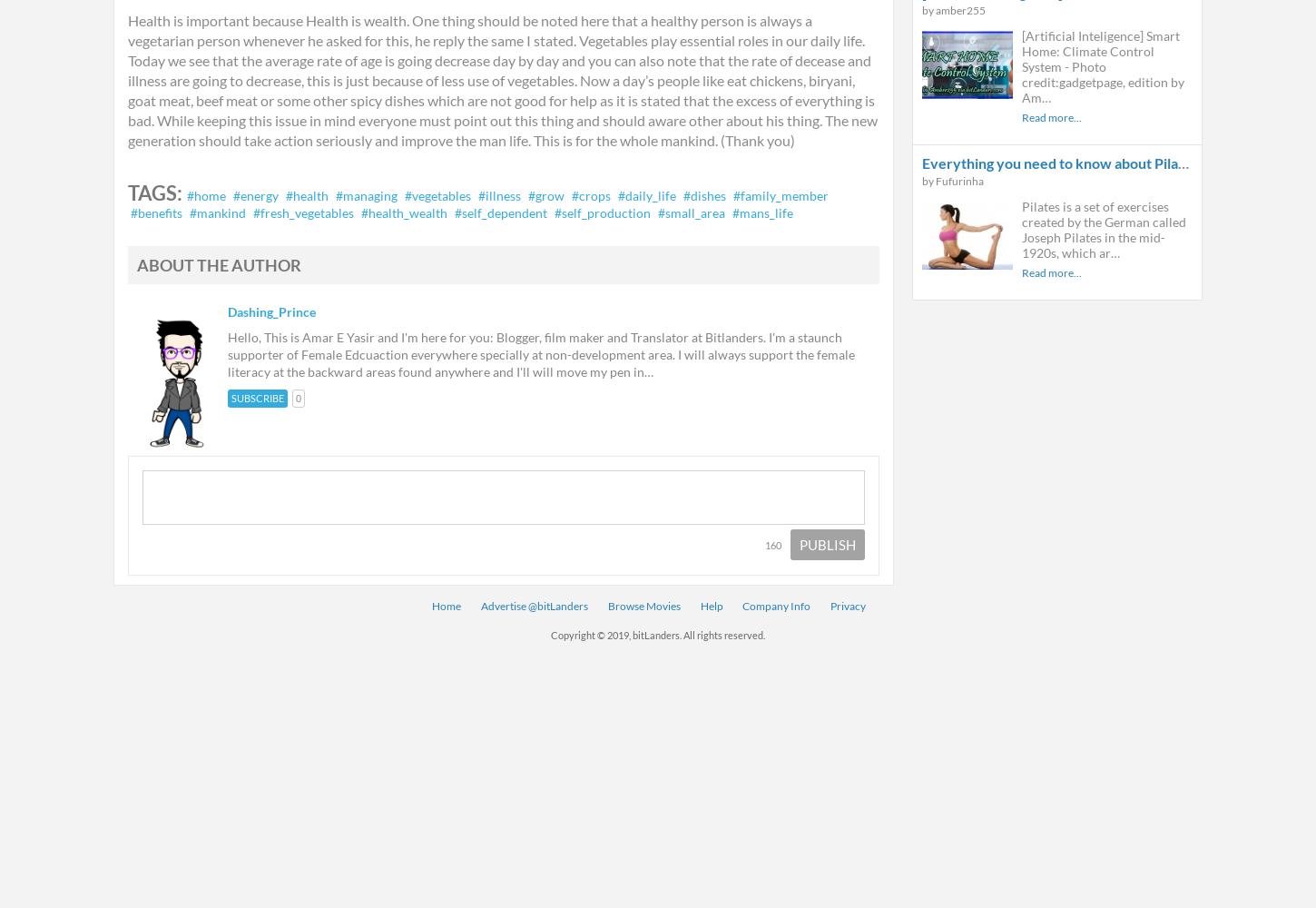 The image size is (1316, 908). I want to click on '#fresh_vegetables', so click(252, 212).